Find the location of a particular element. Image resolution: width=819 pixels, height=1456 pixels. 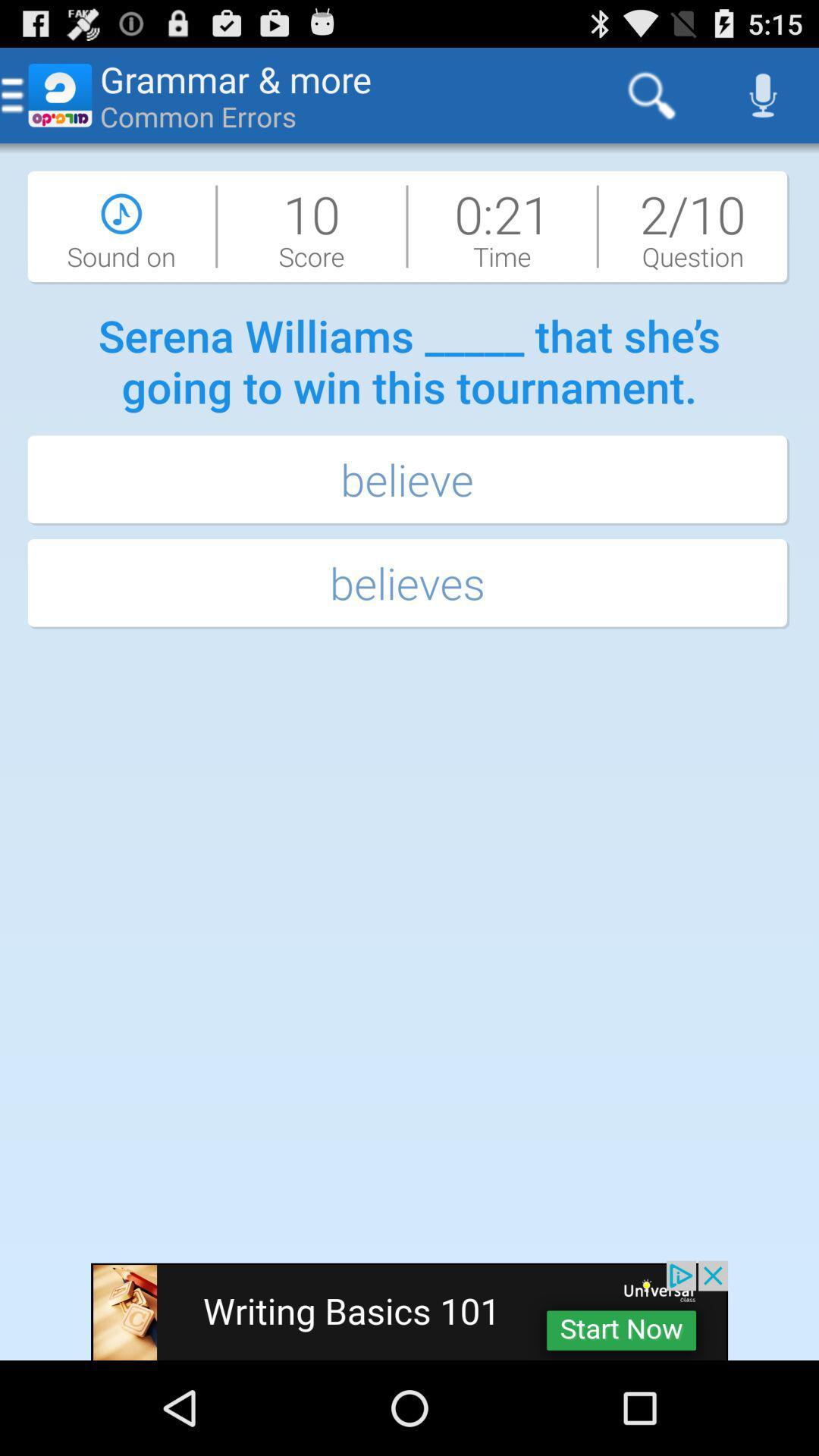

click advertisement is located at coordinates (409, 1310).